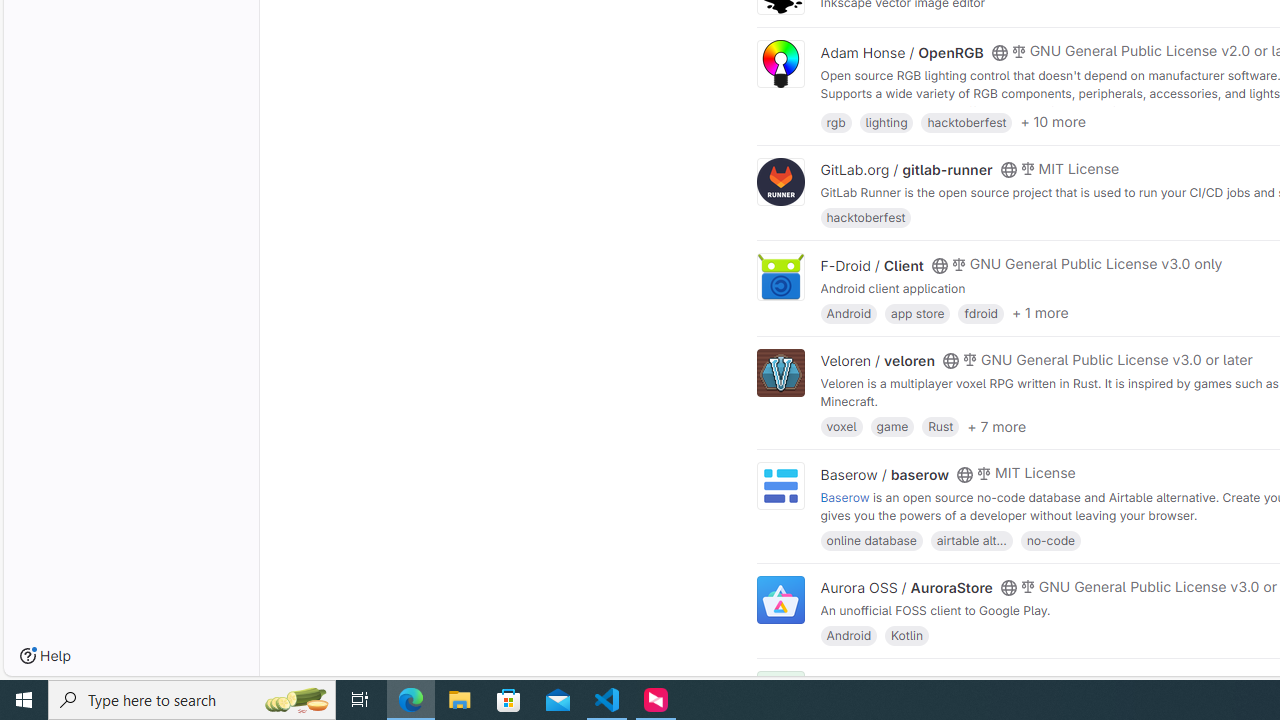 This screenshot has height=720, width=1280. I want to click on 'online database', so click(871, 538).